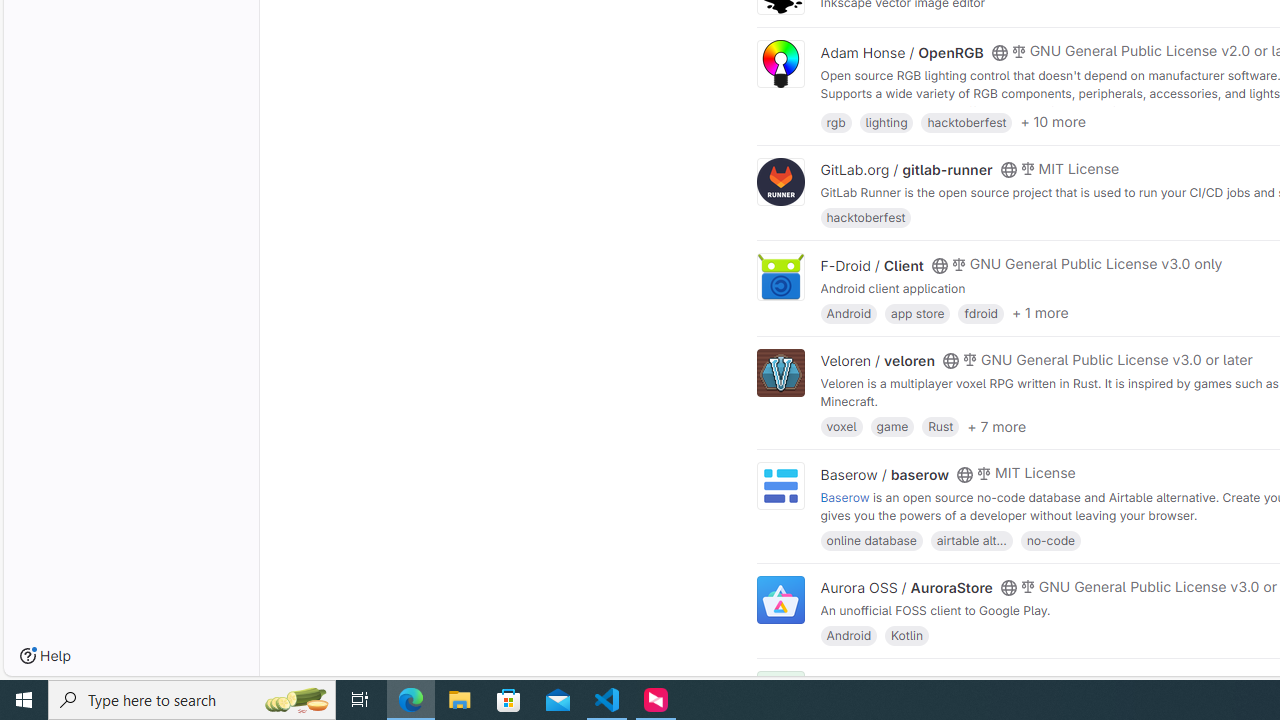 This screenshot has height=720, width=1280. I want to click on 'online database', so click(871, 538).